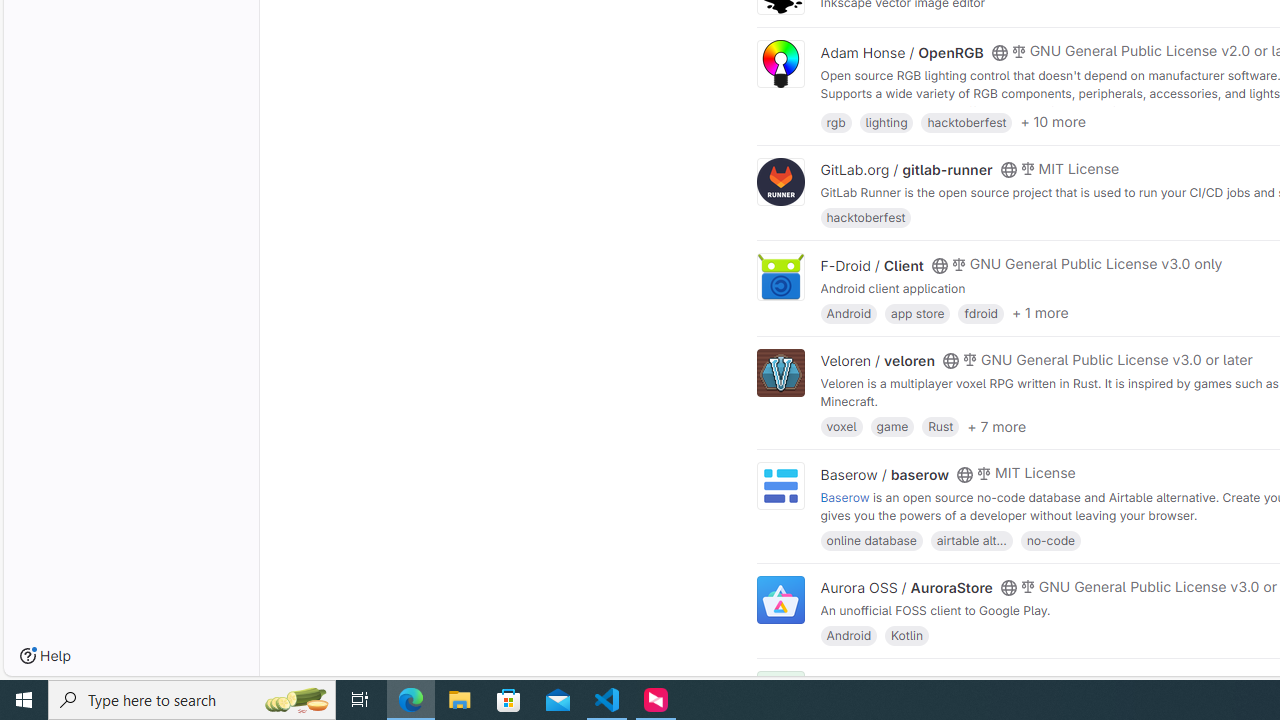 This screenshot has height=720, width=1280. I want to click on 'online database', so click(871, 538).